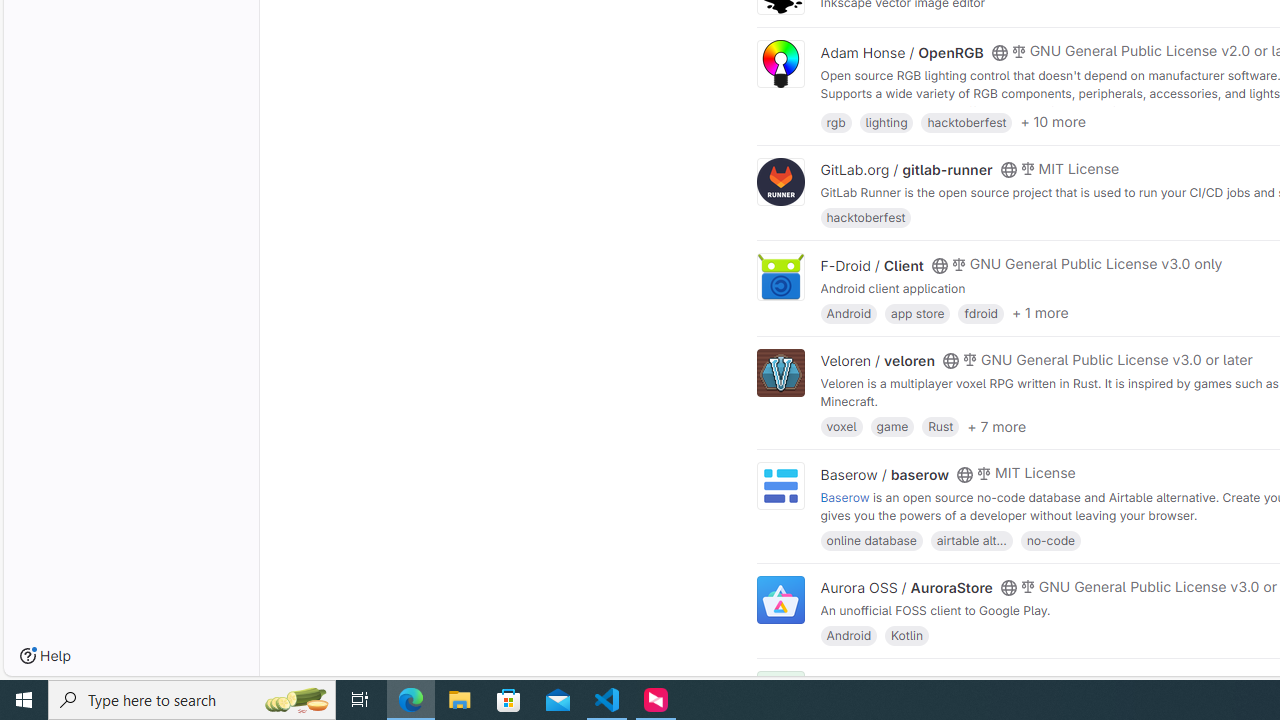 This screenshot has height=720, width=1280. I want to click on 'online database', so click(871, 538).